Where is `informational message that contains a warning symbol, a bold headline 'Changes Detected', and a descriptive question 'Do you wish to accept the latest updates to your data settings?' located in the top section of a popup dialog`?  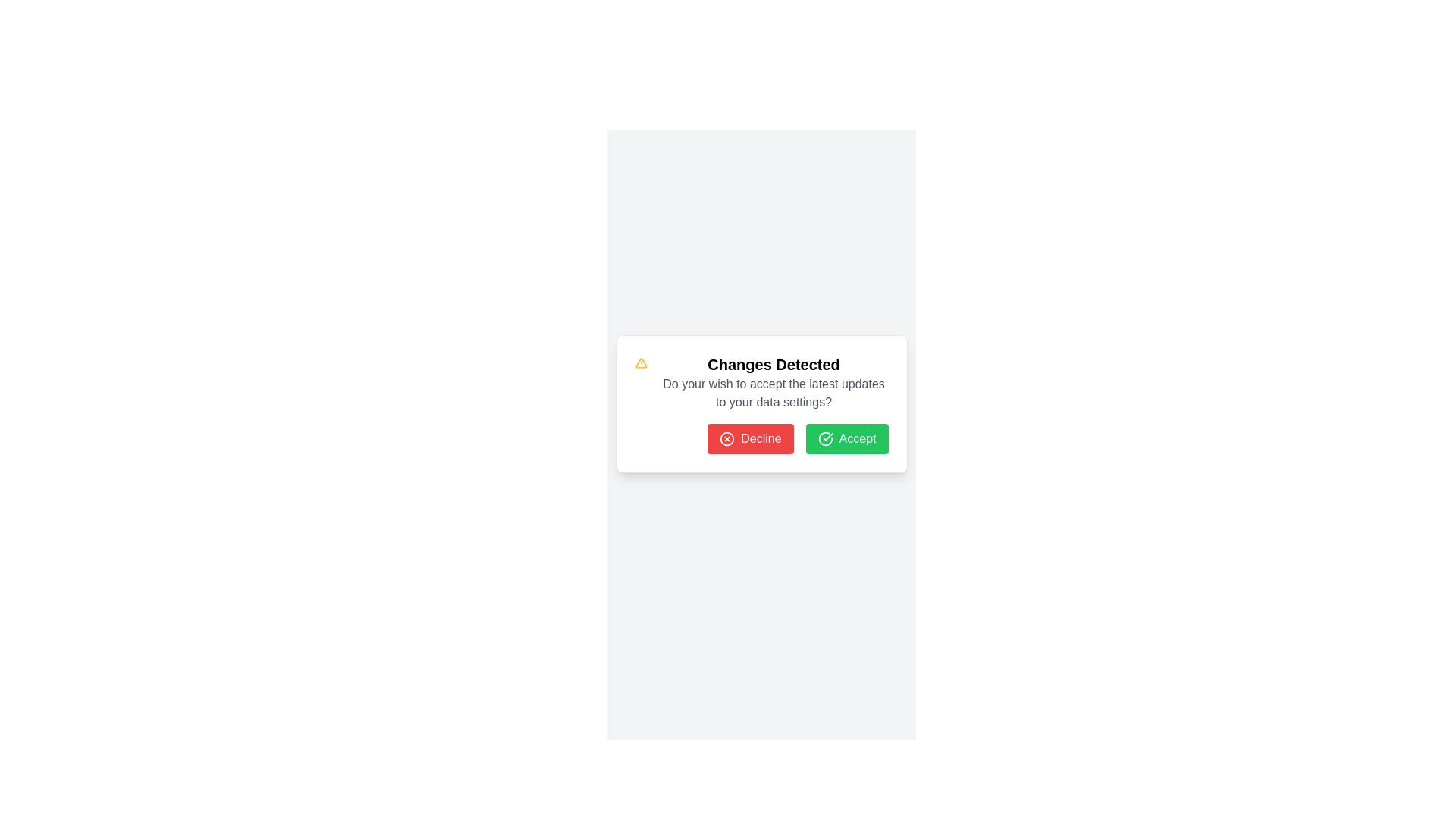 informational message that contains a warning symbol, a bold headline 'Changes Detected', and a descriptive question 'Do you wish to accept the latest updates to your data settings?' located in the top section of a popup dialog is located at coordinates (761, 382).